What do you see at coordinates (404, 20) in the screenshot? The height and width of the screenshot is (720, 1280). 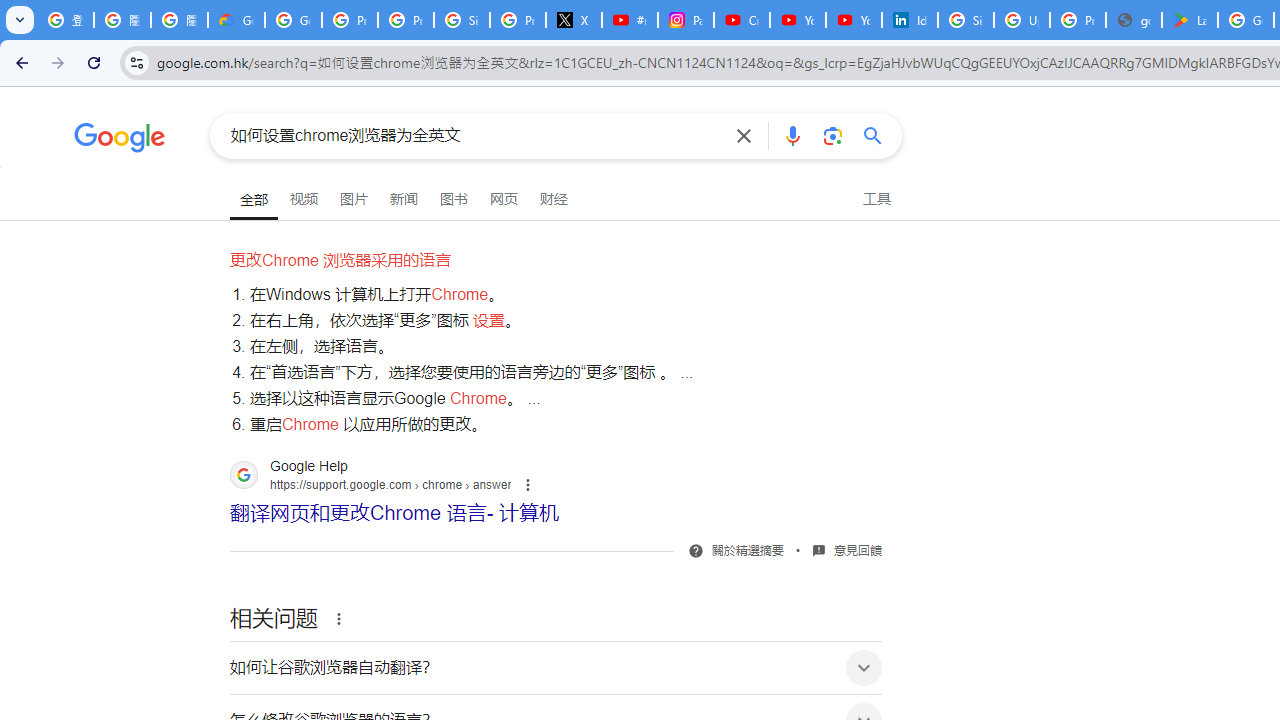 I see `'Privacy Help Center - Policies Help'` at bounding box center [404, 20].